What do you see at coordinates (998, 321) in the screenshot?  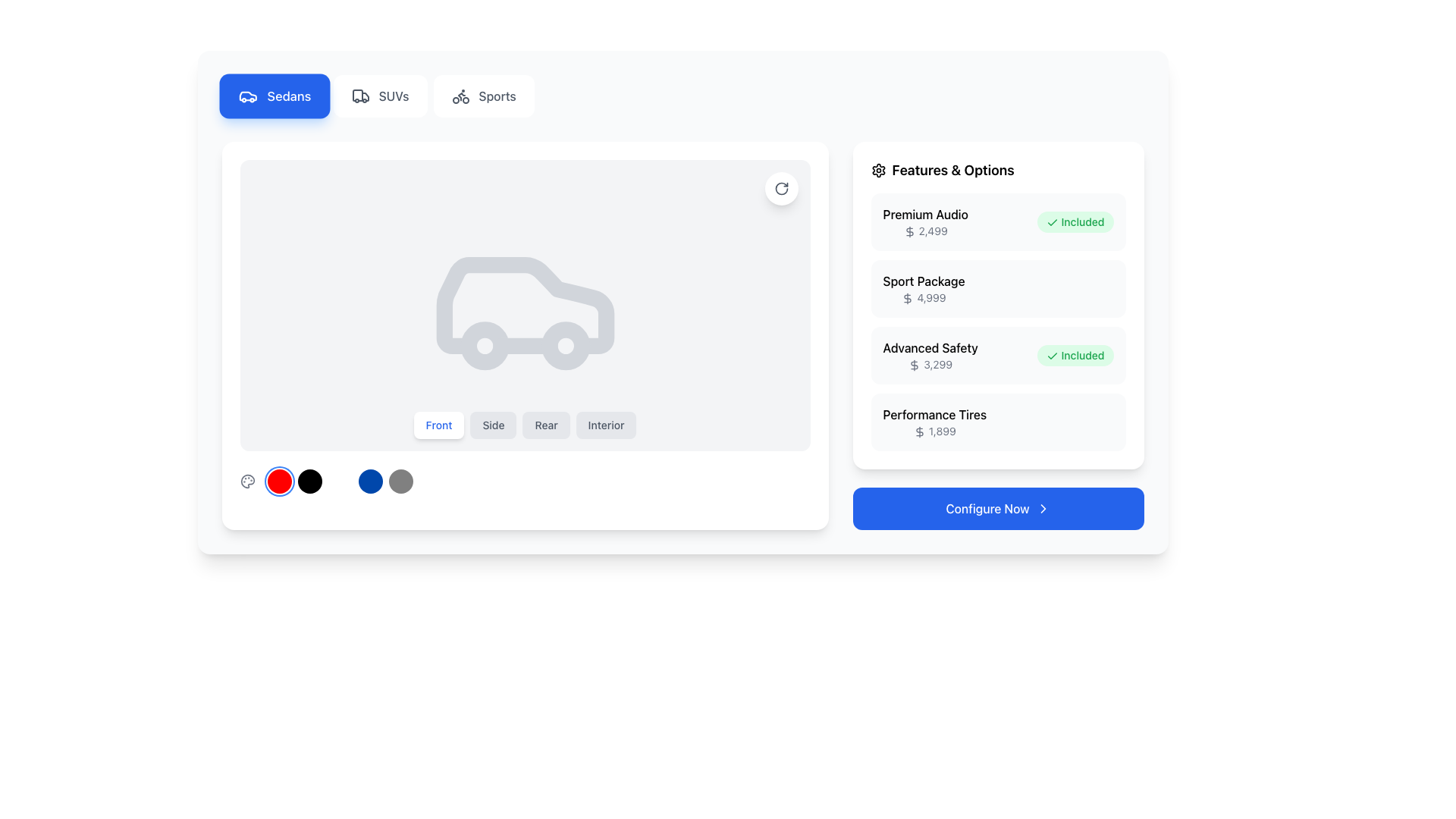 I see `to select or interact with the 'Advanced Safety' feature listed in the 'Features & Options' section, which is the third row in the feature list` at bounding box center [998, 321].